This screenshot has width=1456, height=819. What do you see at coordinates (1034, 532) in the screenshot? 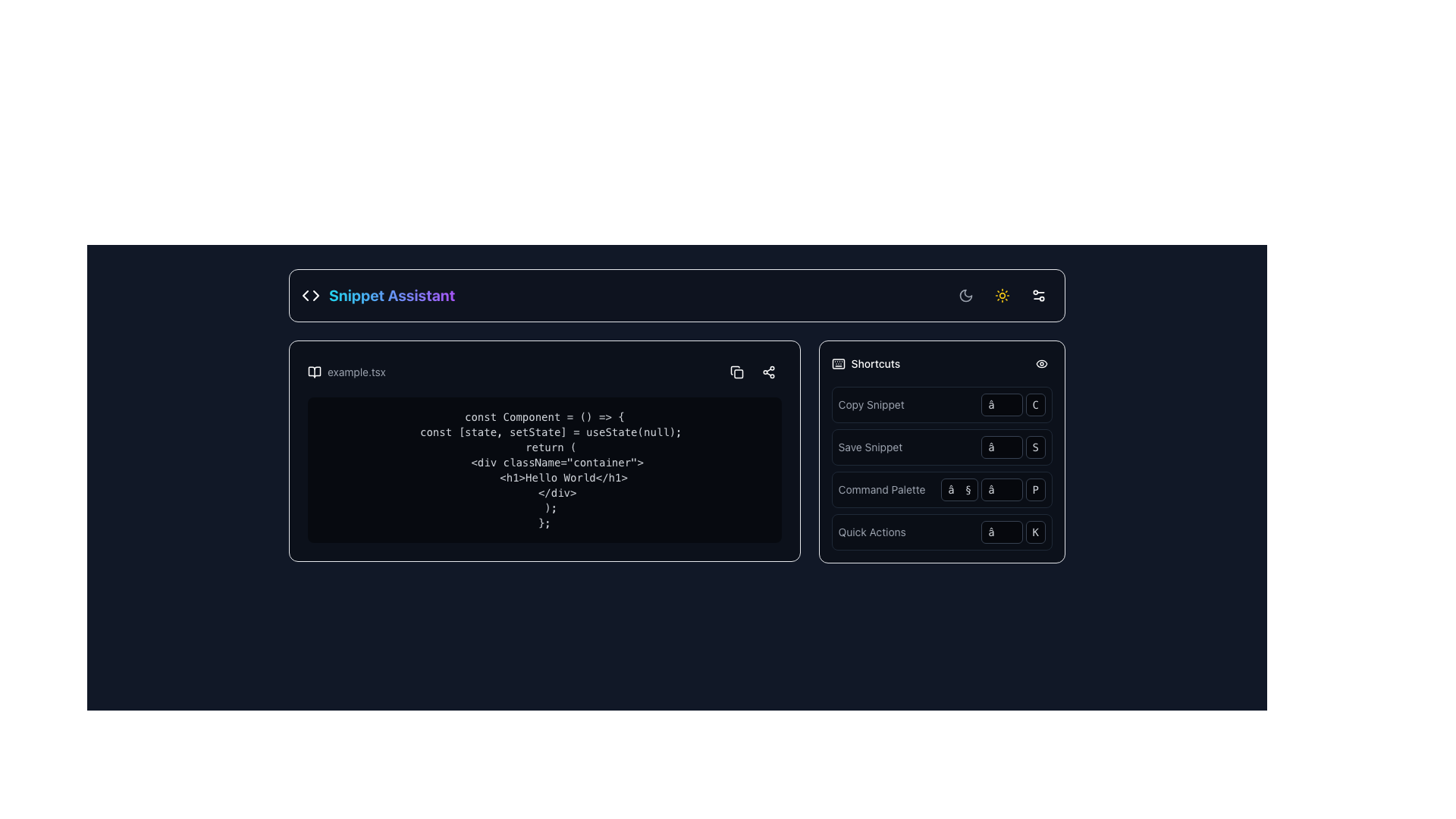
I see `the button labeled 'K' in the bottom-right section of the interface` at bounding box center [1034, 532].